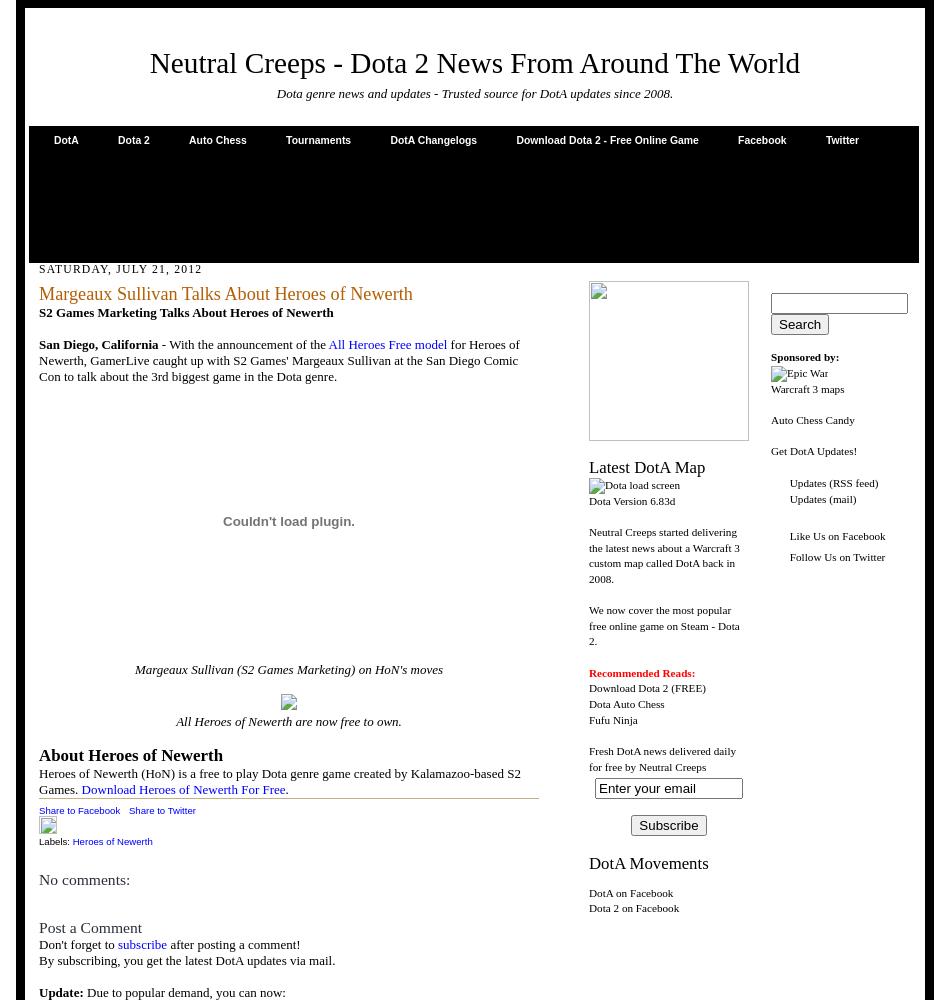 This screenshot has height=1000, width=950. What do you see at coordinates (39, 294) in the screenshot?
I see `'Margeaux Sullivan Talks About Heroes of Newerth'` at bounding box center [39, 294].